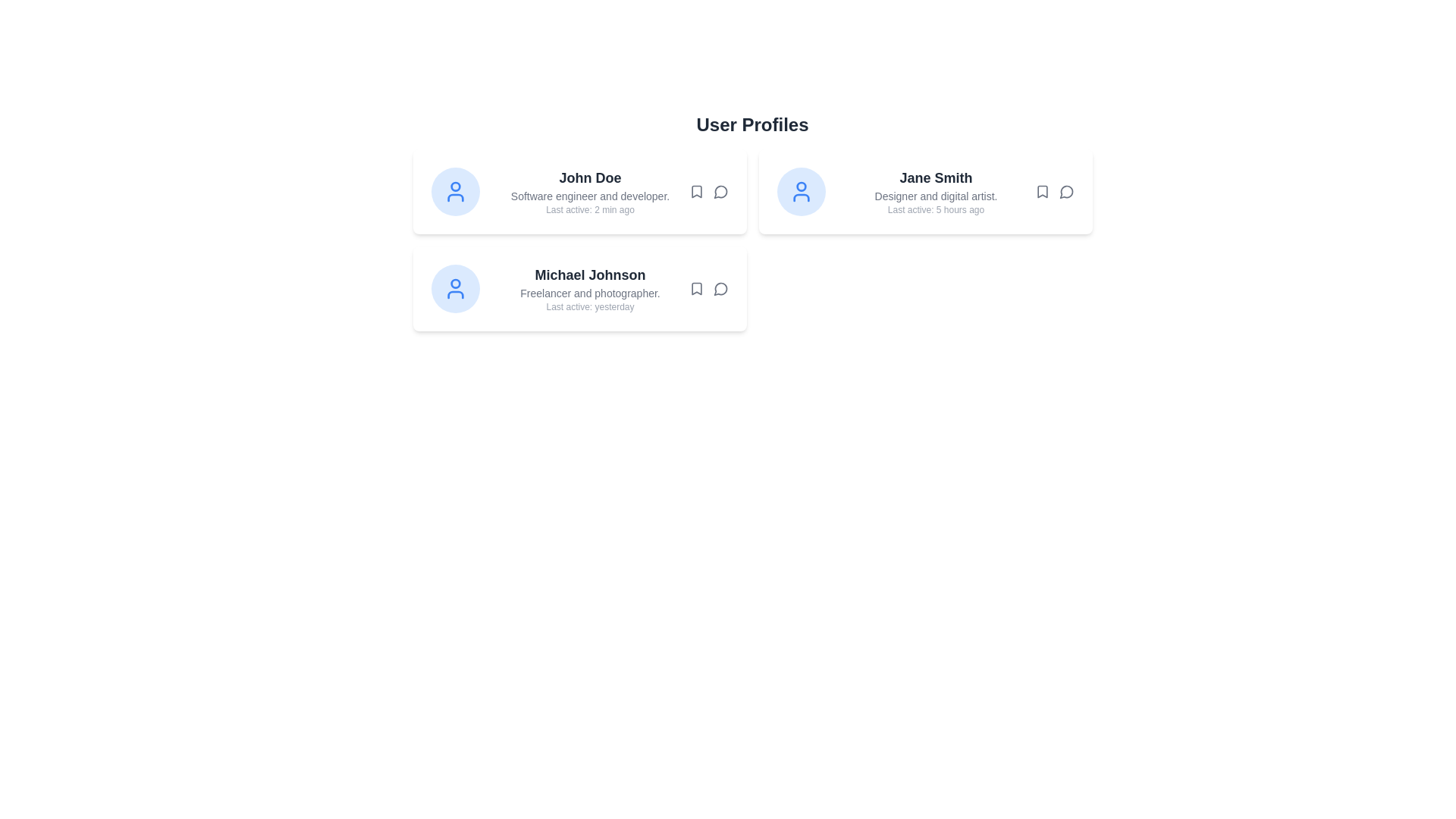 This screenshot has height=819, width=1456. I want to click on the bookmark icon located in the user profile card for 'John Doe', so click(695, 191).